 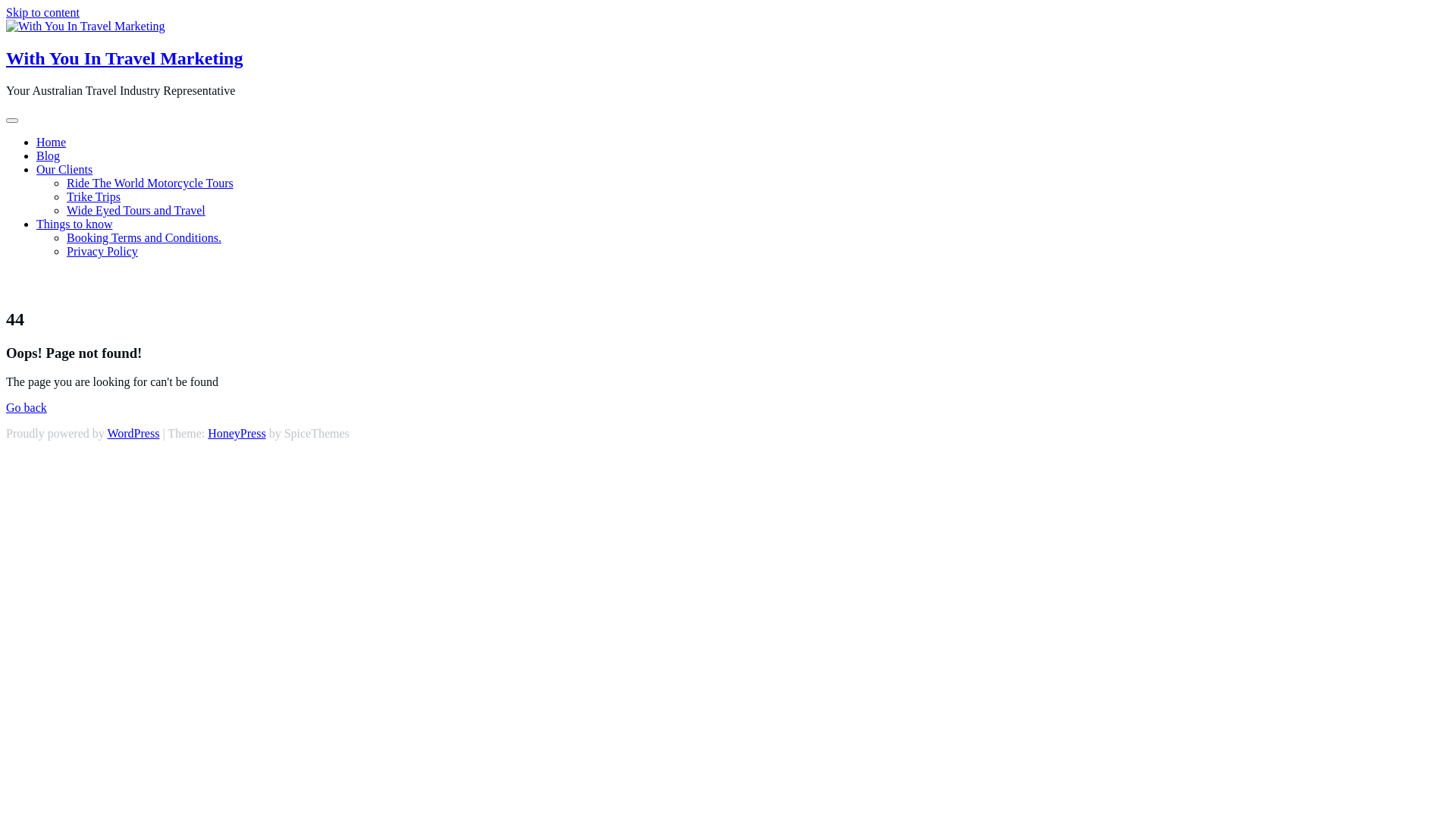 What do you see at coordinates (124, 58) in the screenshot?
I see `'With You In Travel Marketing'` at bounding box center [124, 58].